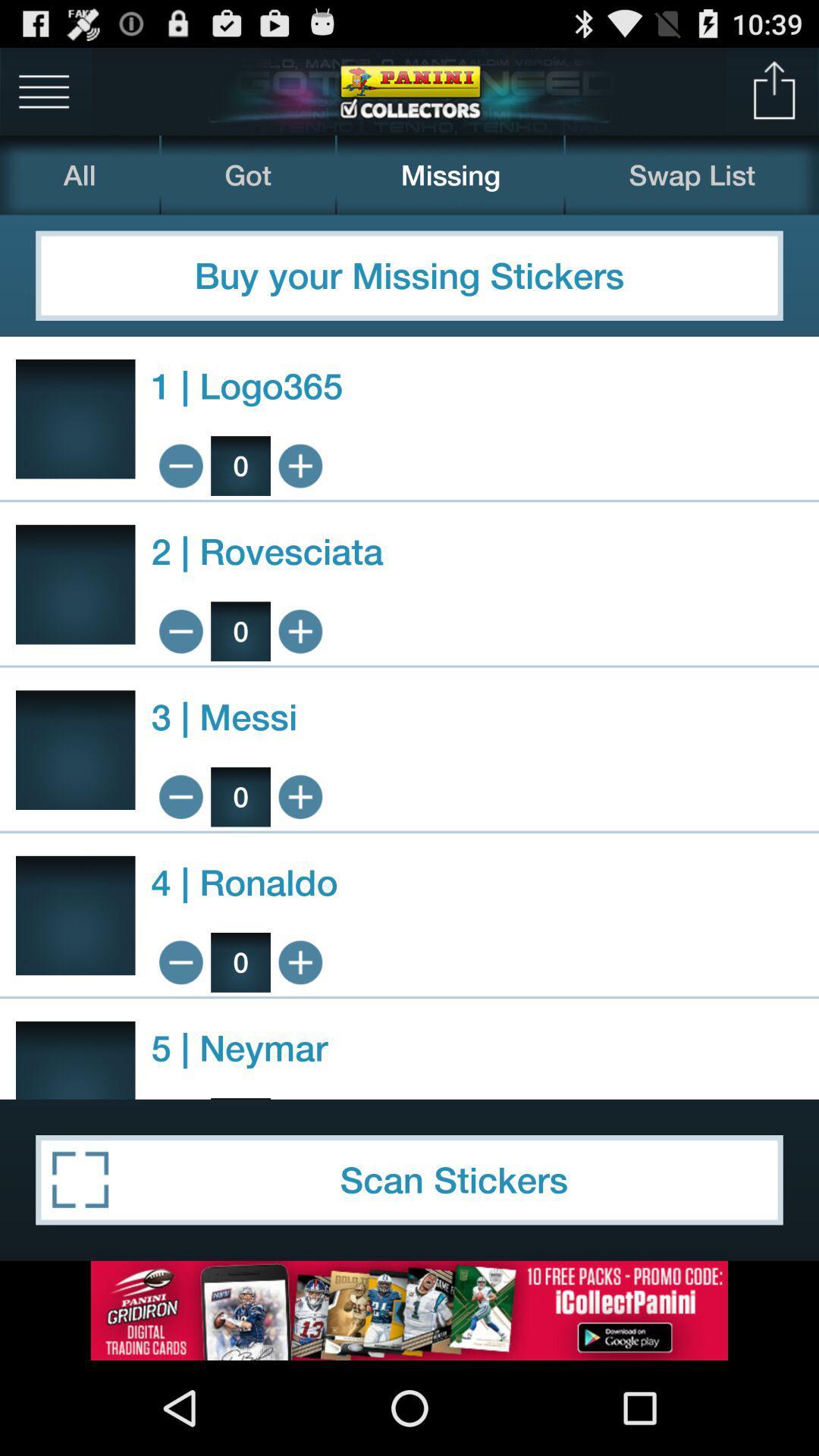 The width and height of the screenshot is (819, 1456). I want to click on advertisement, so click(409, 1310).